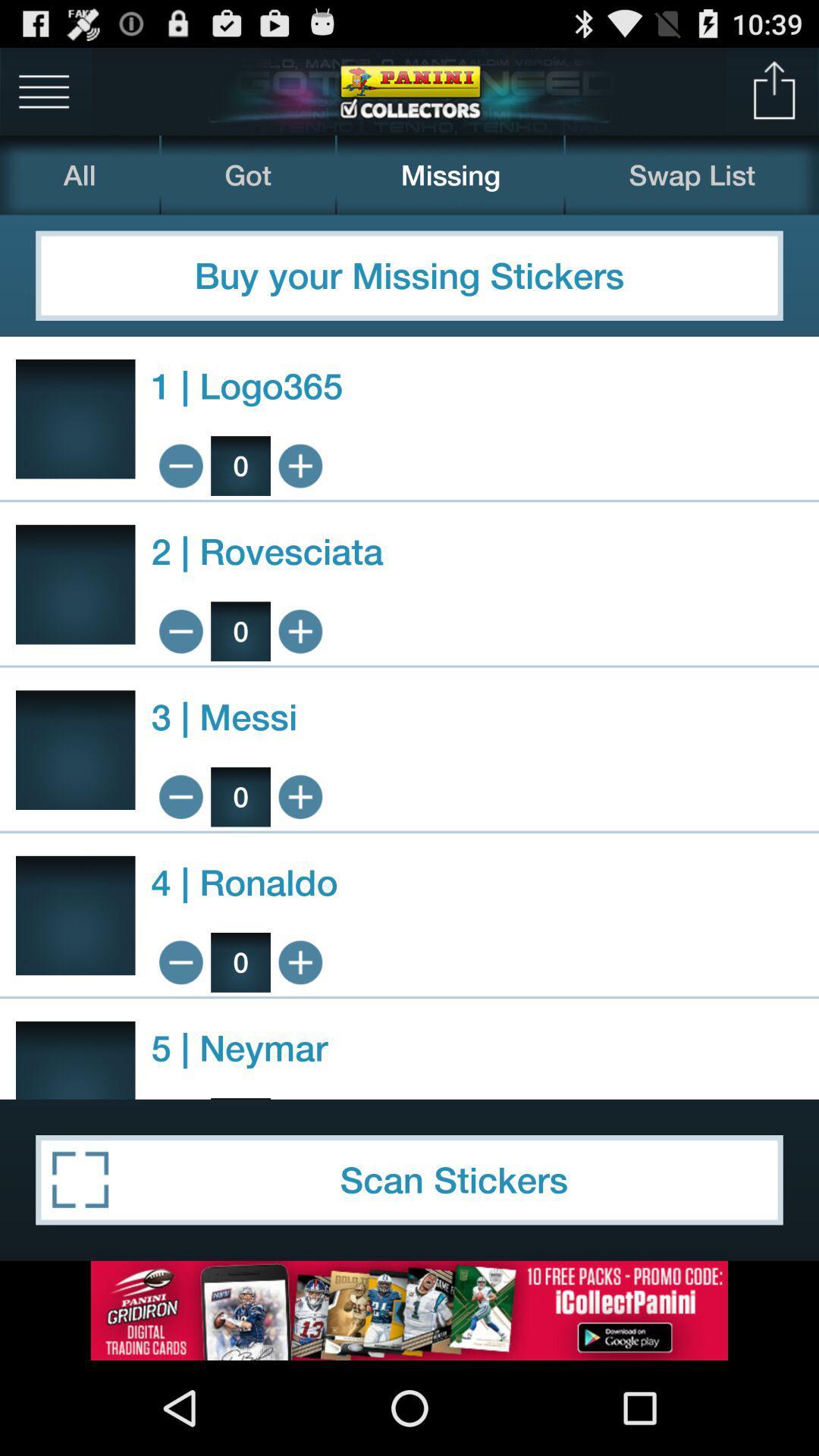 The width and height of the screenshot is (819, 1456). I want to click on advertisement, so click(409, 1310).